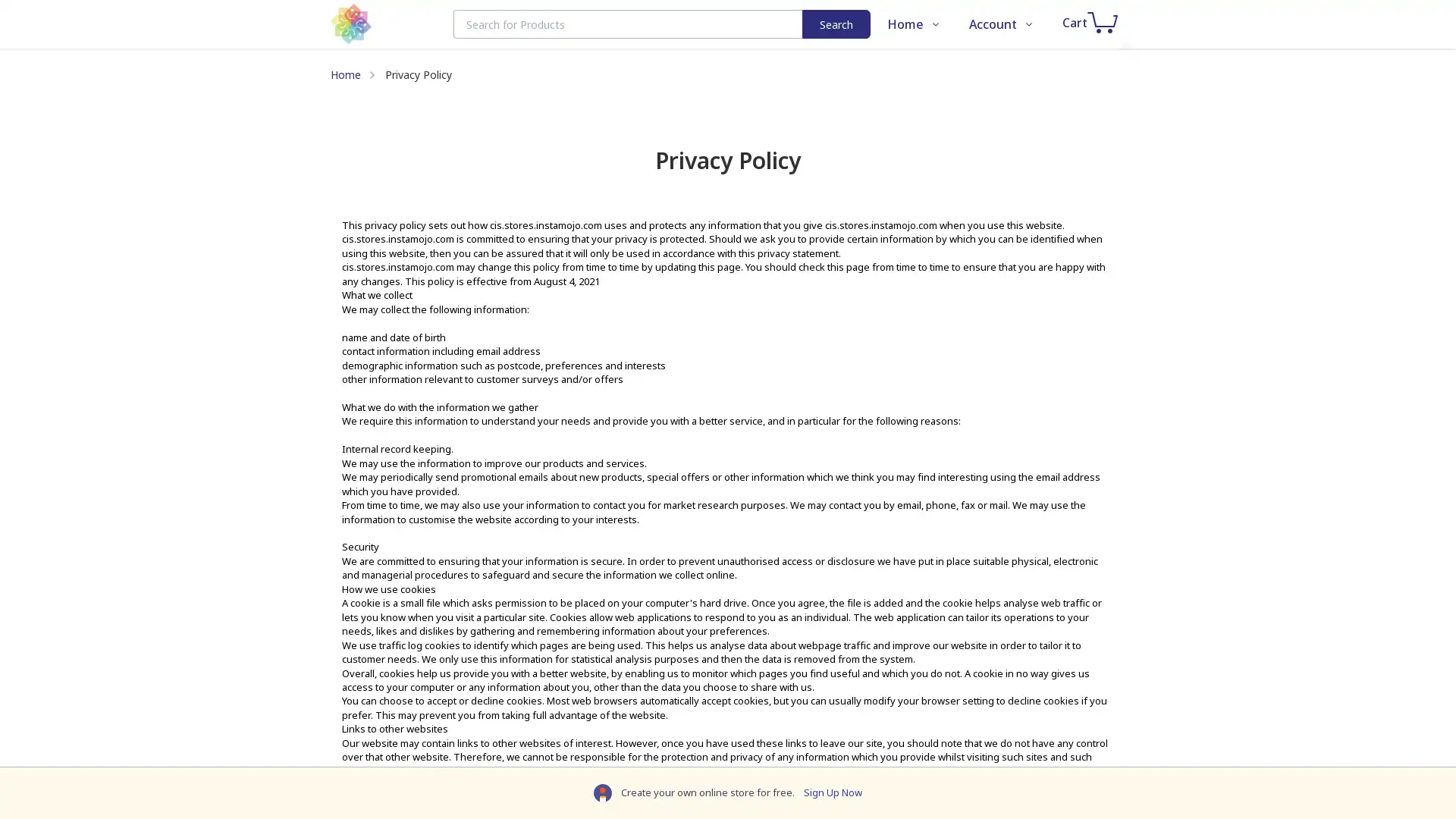  What do you see at coordinates (1310, 166) in the screenshot?
I see `APPLY` at bounding box center [1310, 166].